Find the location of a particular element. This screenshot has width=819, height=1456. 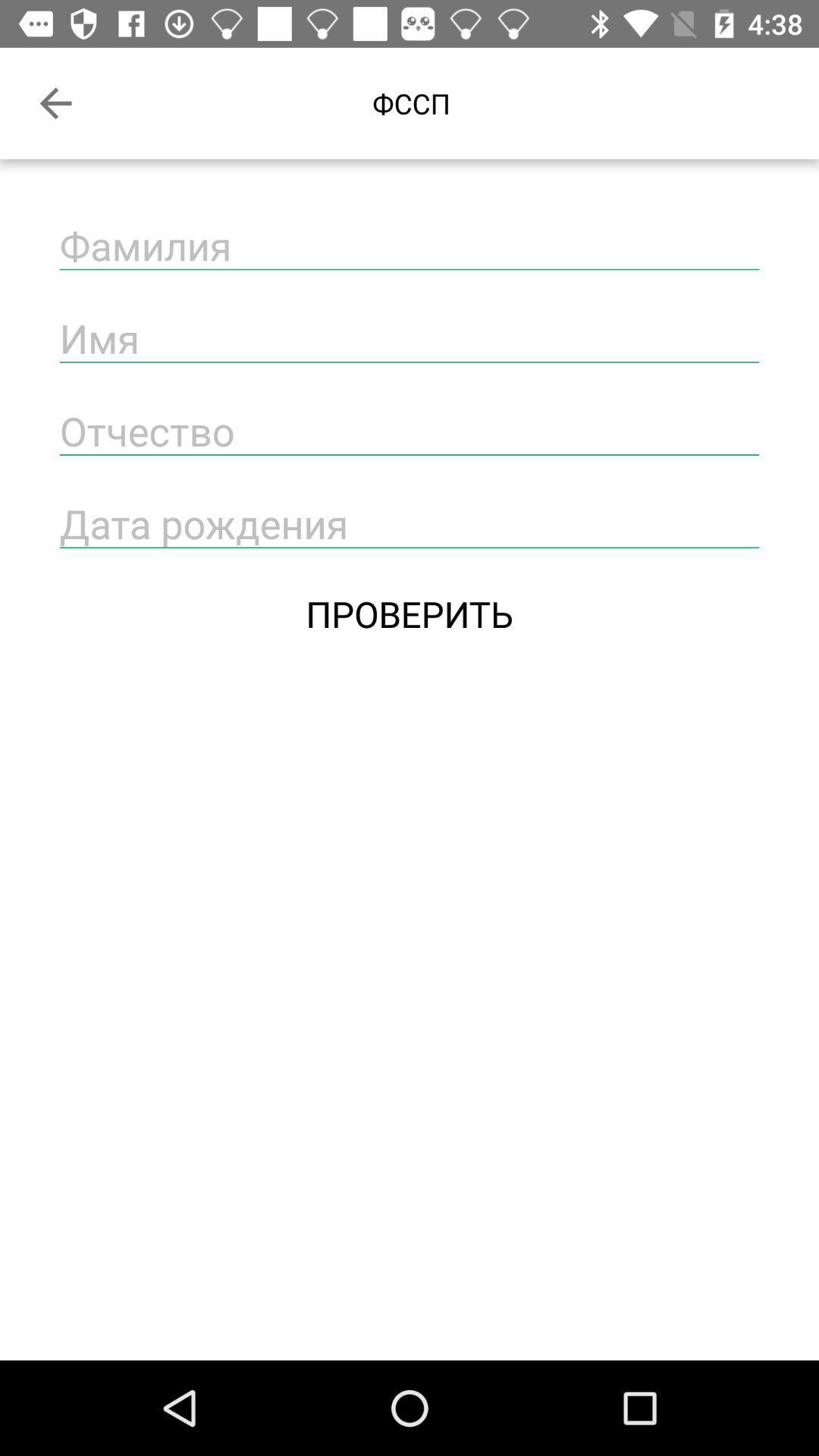

the item at the top left corner is located at coordinates (55, 102).